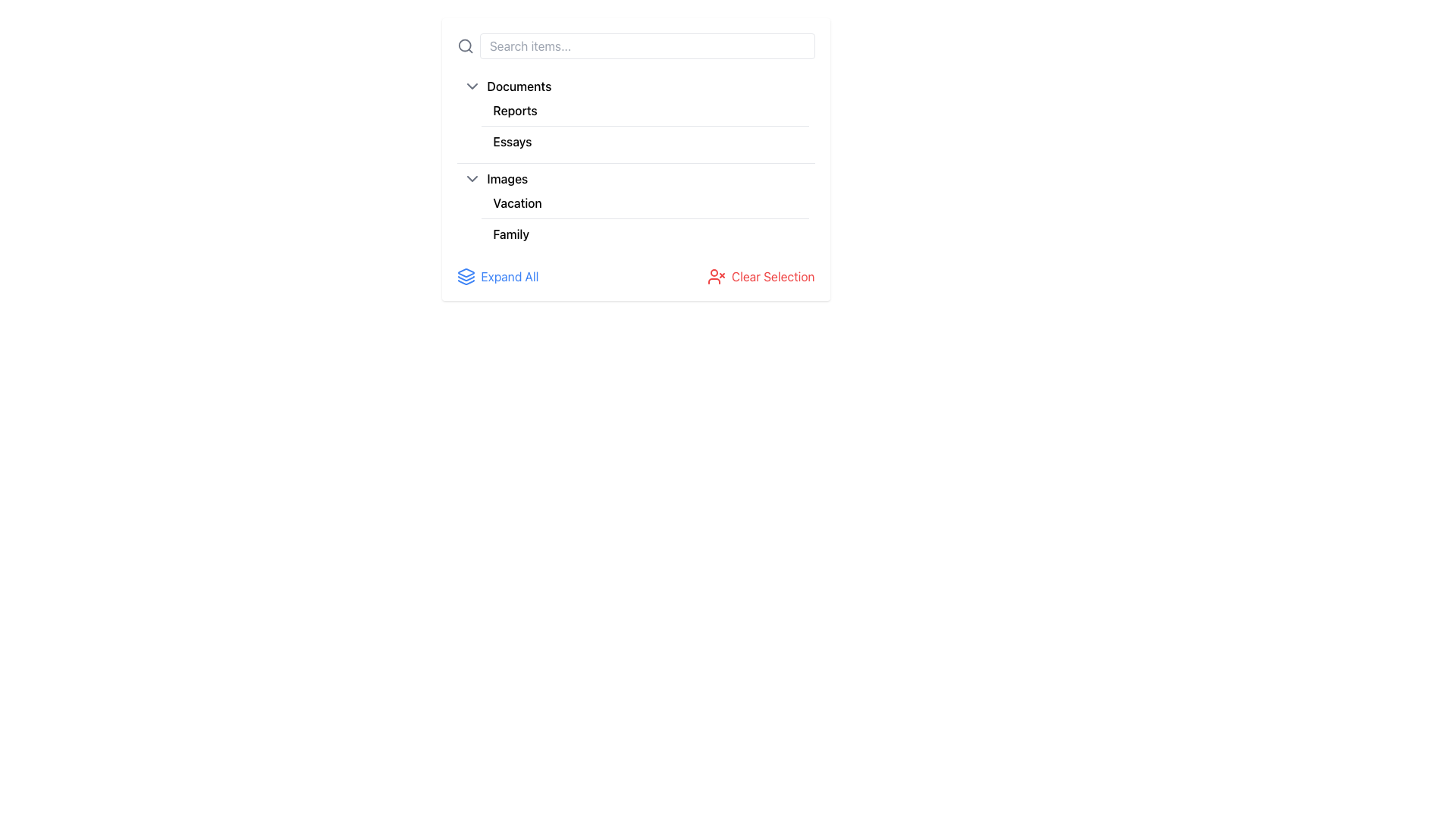 The height and width of the screenshot is (819, 1456). What do you see at coordinates (635, 218) in the screenshot?
I see `the list item group displaying nested subcategories within the 'Images' category` at bounding box center [635, 218].